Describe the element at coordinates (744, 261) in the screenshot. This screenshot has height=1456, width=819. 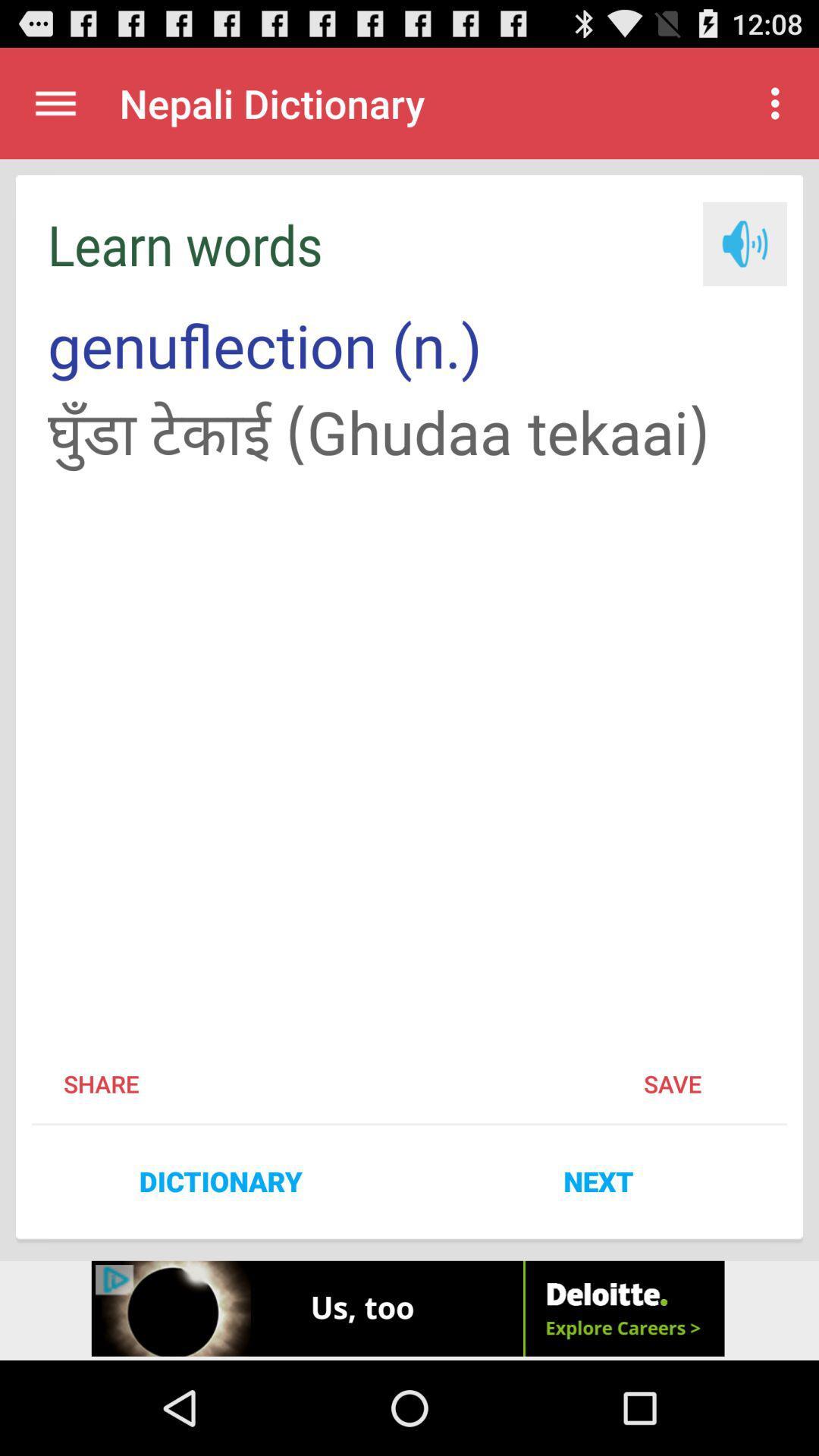
I see `the volume icon` at that location.